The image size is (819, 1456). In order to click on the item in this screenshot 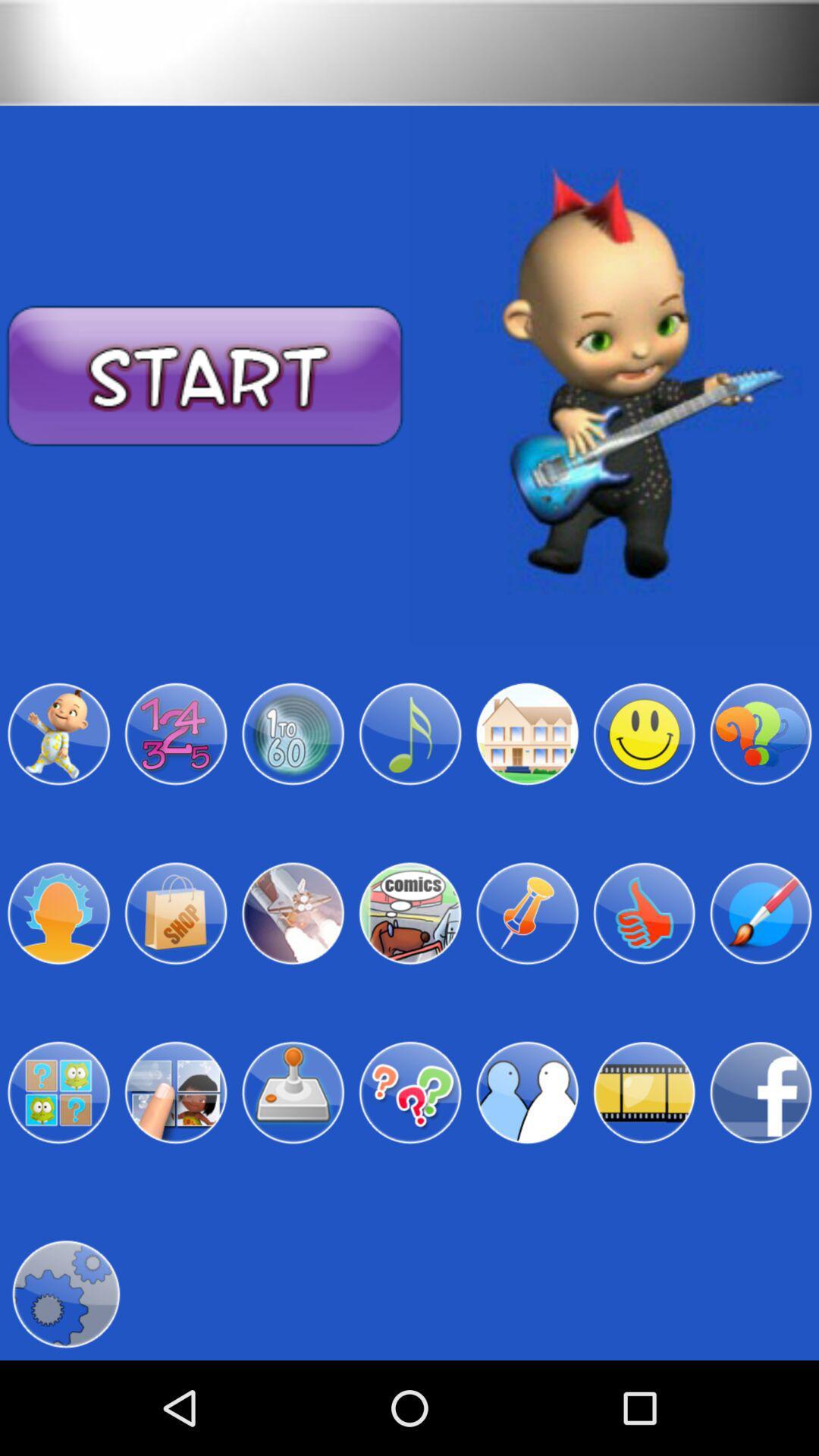, I will do `click(293, 734)`.